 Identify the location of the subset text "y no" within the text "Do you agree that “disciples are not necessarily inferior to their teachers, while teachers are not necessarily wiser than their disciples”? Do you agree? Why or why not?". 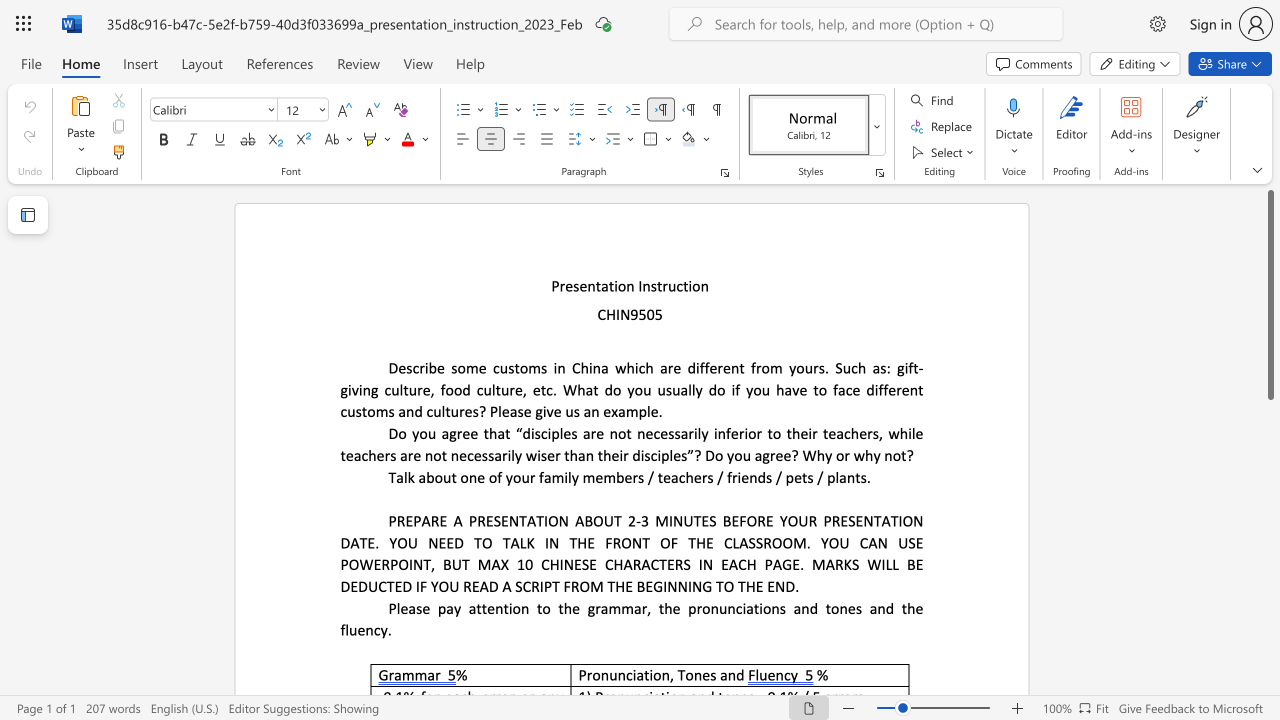
(873, 455).